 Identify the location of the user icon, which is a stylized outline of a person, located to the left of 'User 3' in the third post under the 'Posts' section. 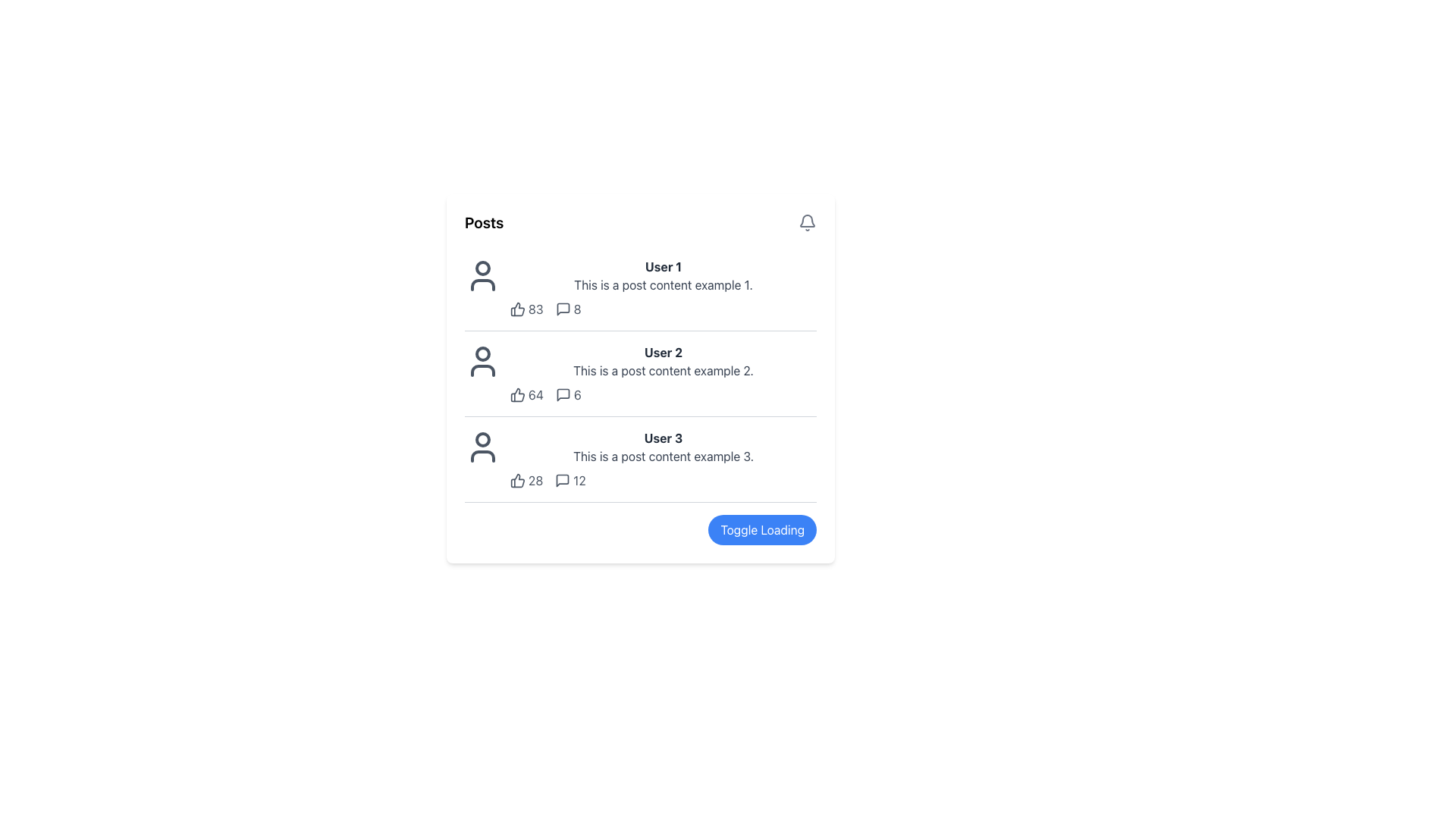
(482, 447).